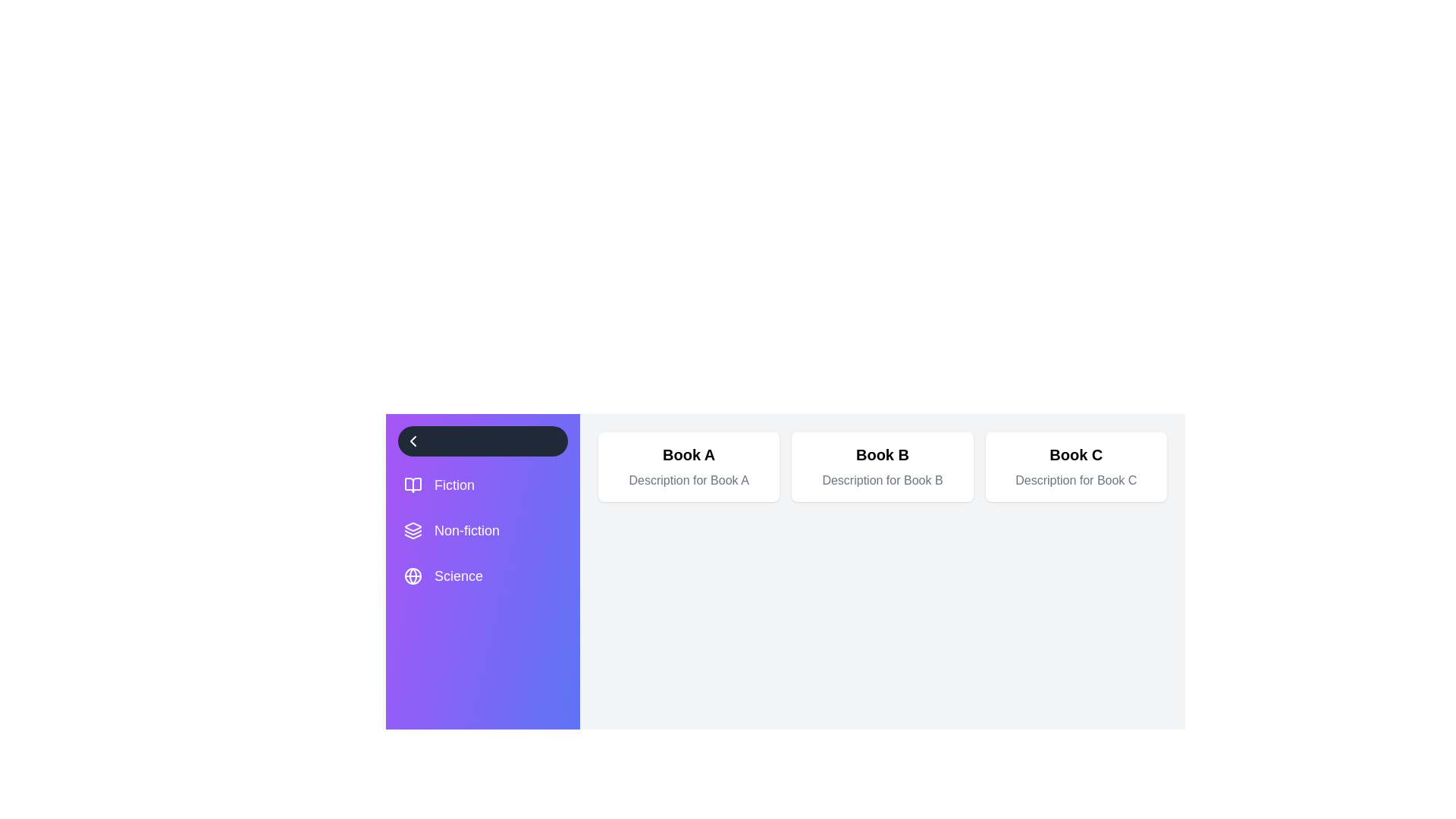 Image resolution: width=1456 pixels, height=819 pixels. What do you see at coordinates (482, 485) in the screenshot?
I see `the category Fiction to view its hover effect` at bounding box center [482, 485].